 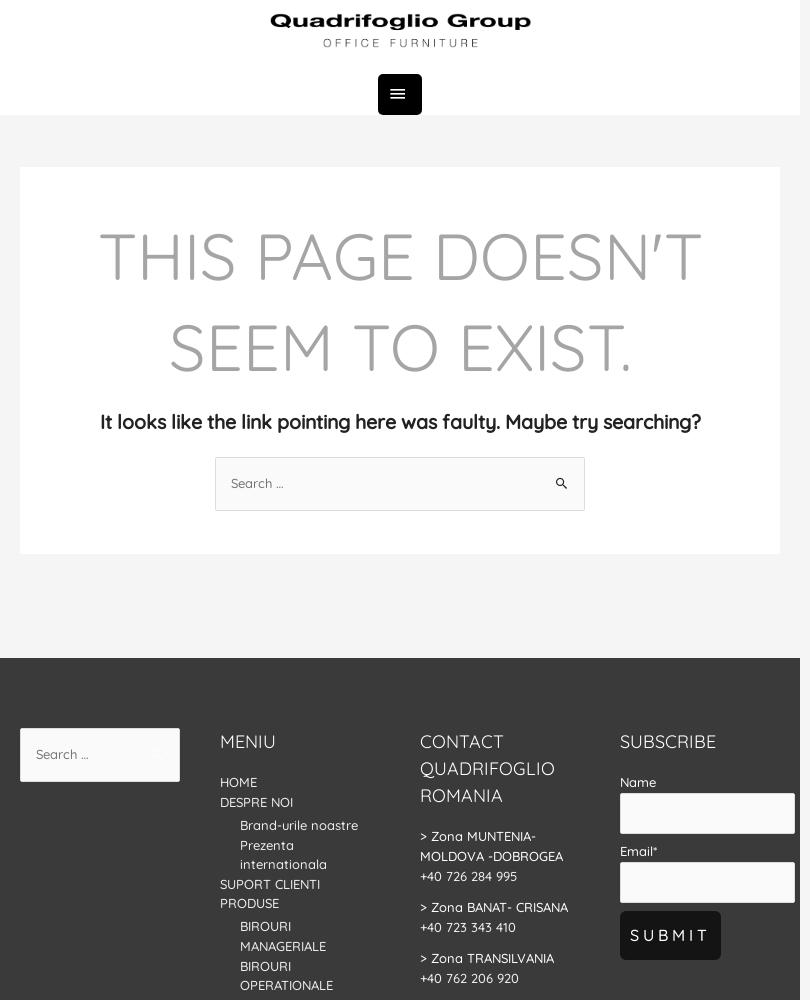 I want to click on '> Zona TRANSILVANIA', so click(x=419, y=956).